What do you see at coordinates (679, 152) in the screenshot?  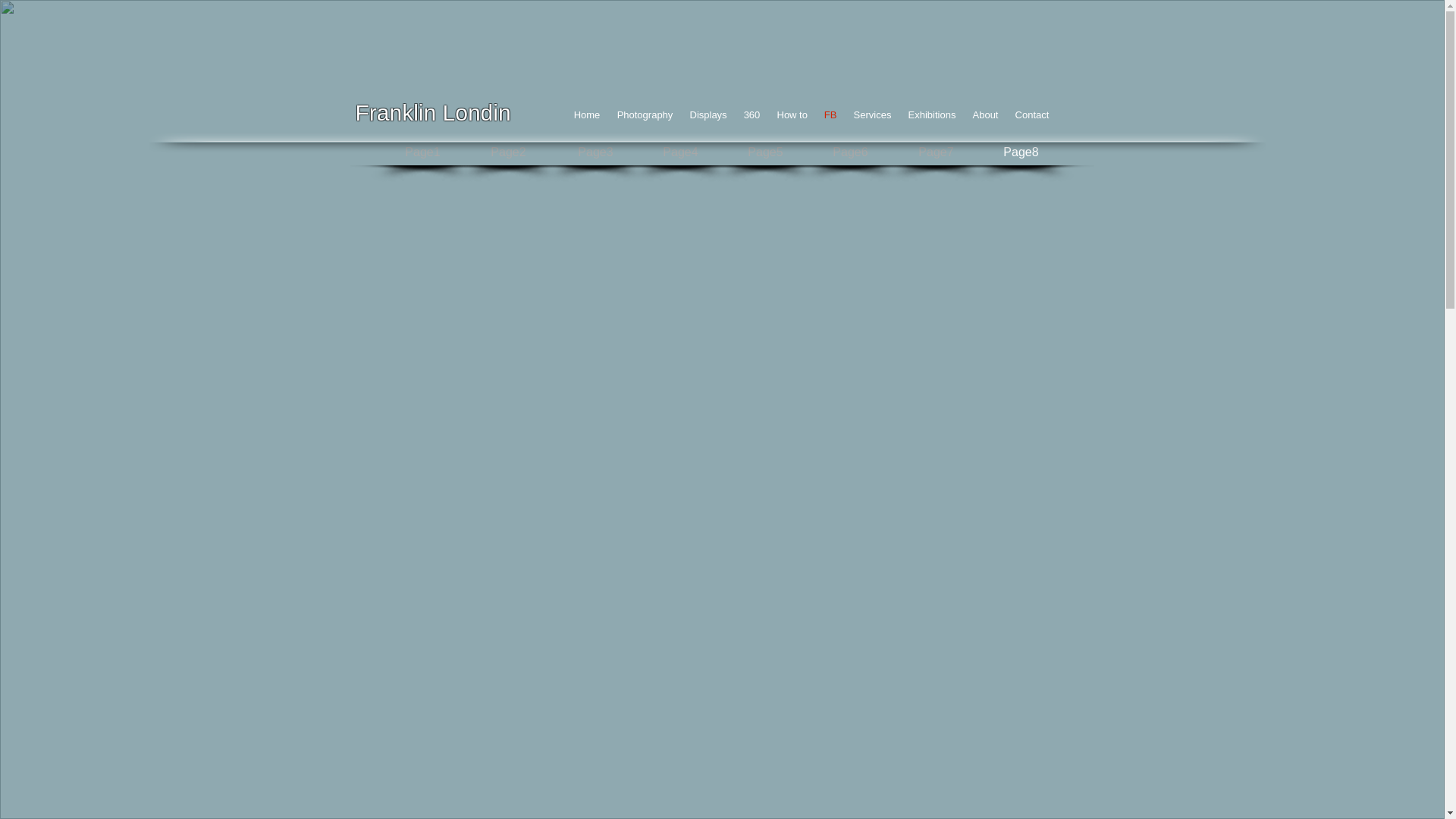 I see `'Page4'` at bounding box center [679, 152].